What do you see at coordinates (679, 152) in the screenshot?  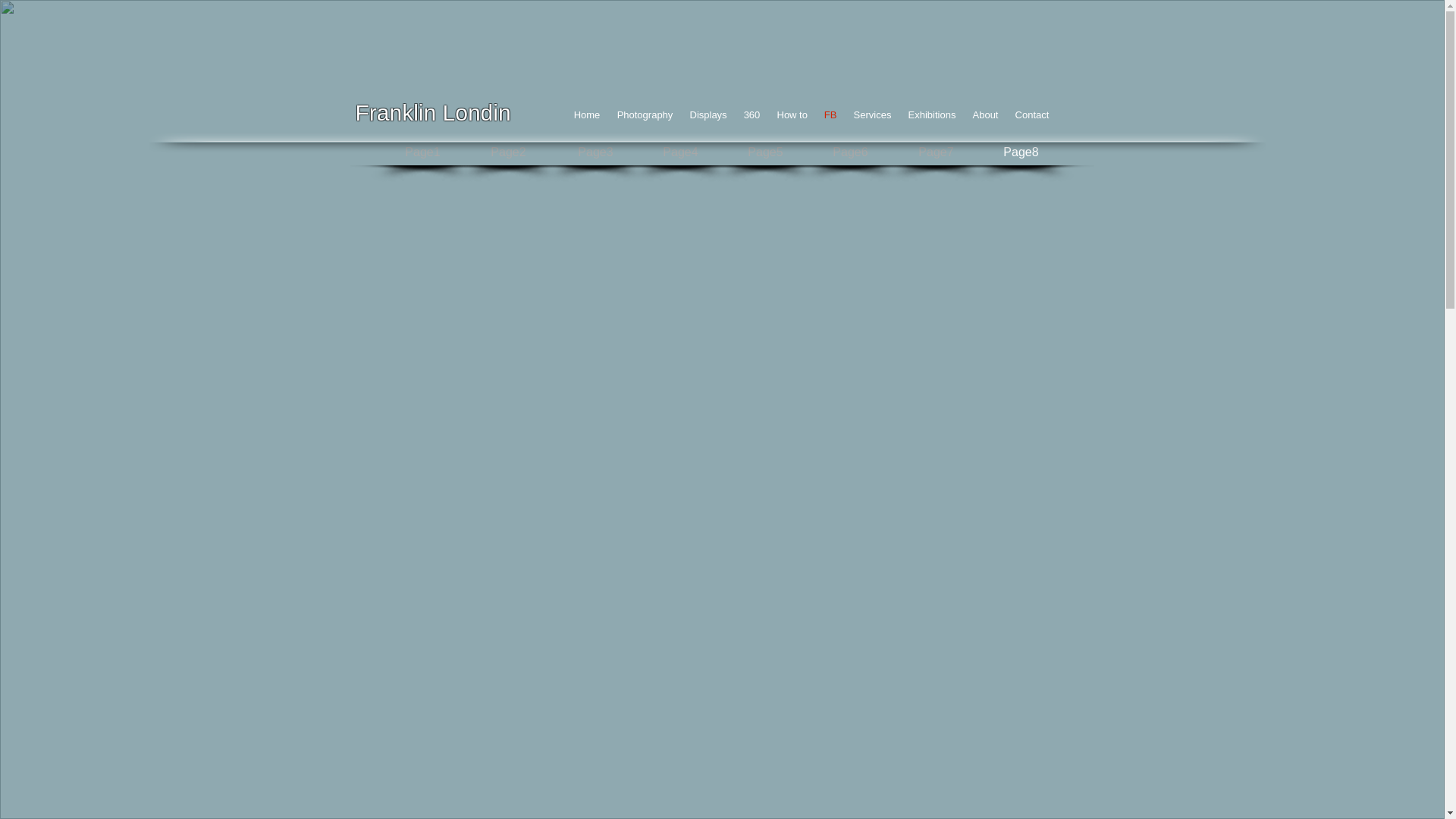 I see `'Page4'` at bounding box center [679, 152].